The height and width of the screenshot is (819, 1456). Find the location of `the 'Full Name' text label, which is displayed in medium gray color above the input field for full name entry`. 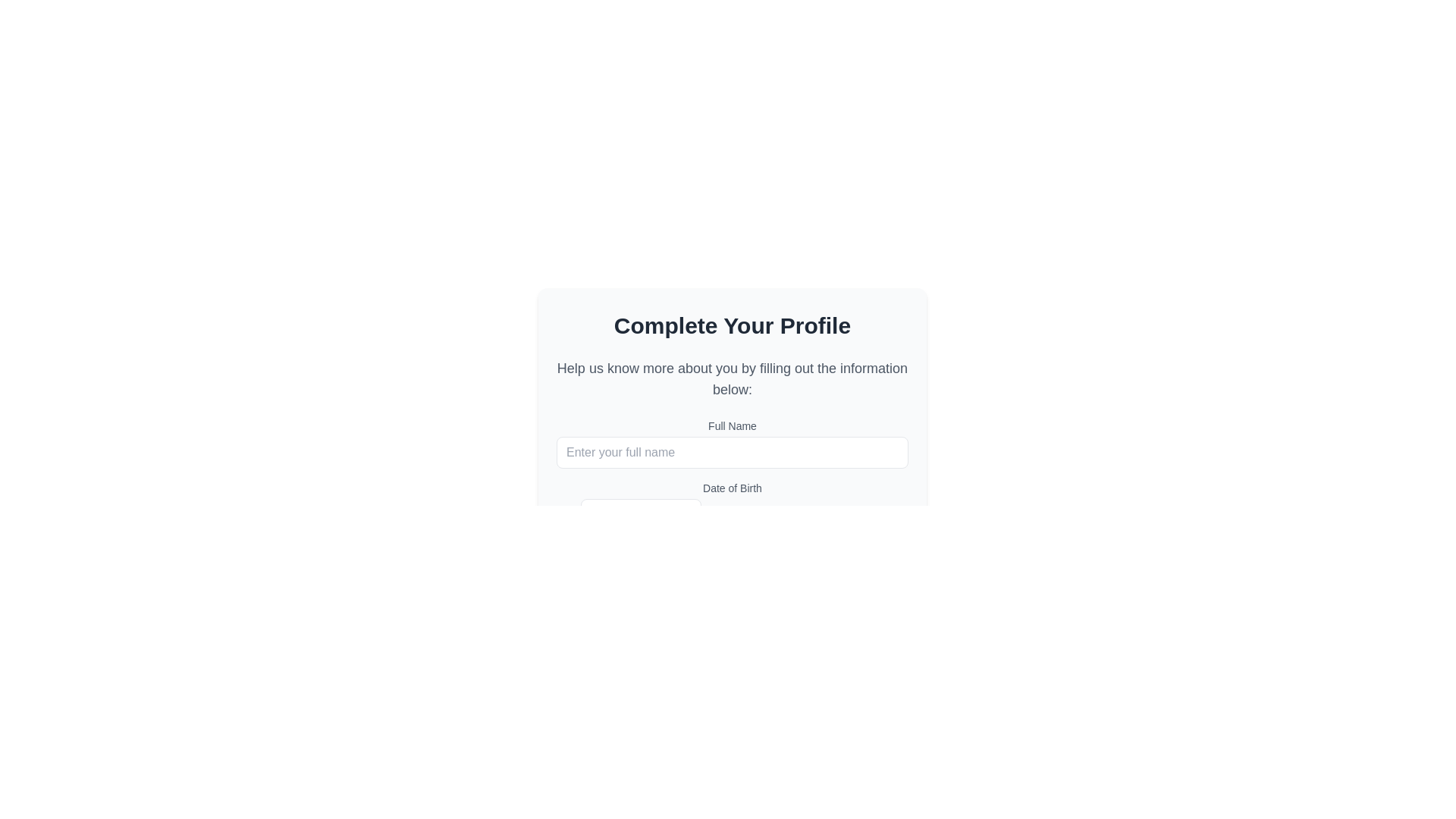

the 'Full Name' text label, which is displayed in medium gray color above the input field for full name entry is located at coordinates (732, 426).